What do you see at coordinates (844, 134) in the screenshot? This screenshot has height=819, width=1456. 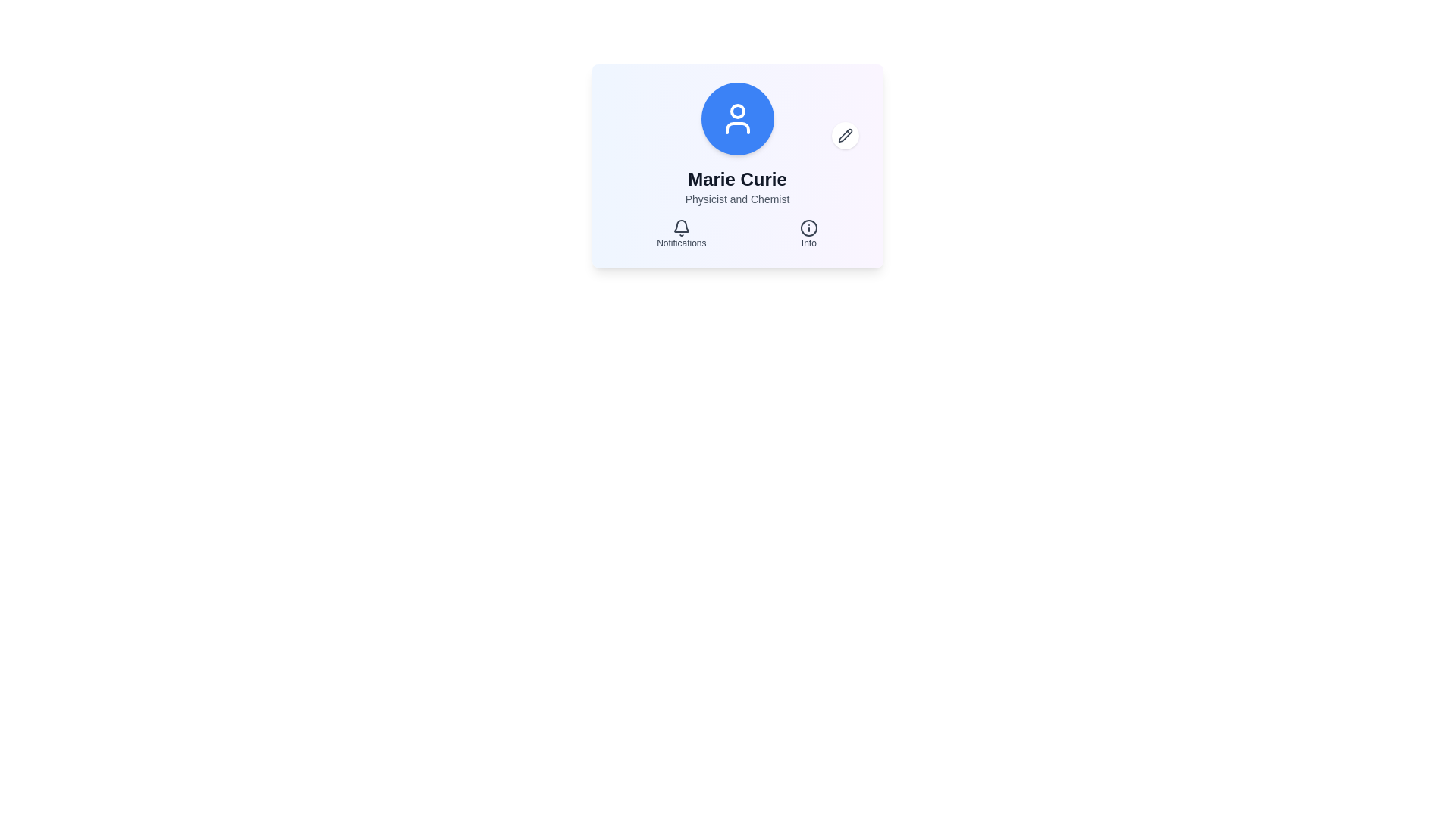 I see `the circular button containing the pencil icon for the edit function` at bounding box center [844, 134].